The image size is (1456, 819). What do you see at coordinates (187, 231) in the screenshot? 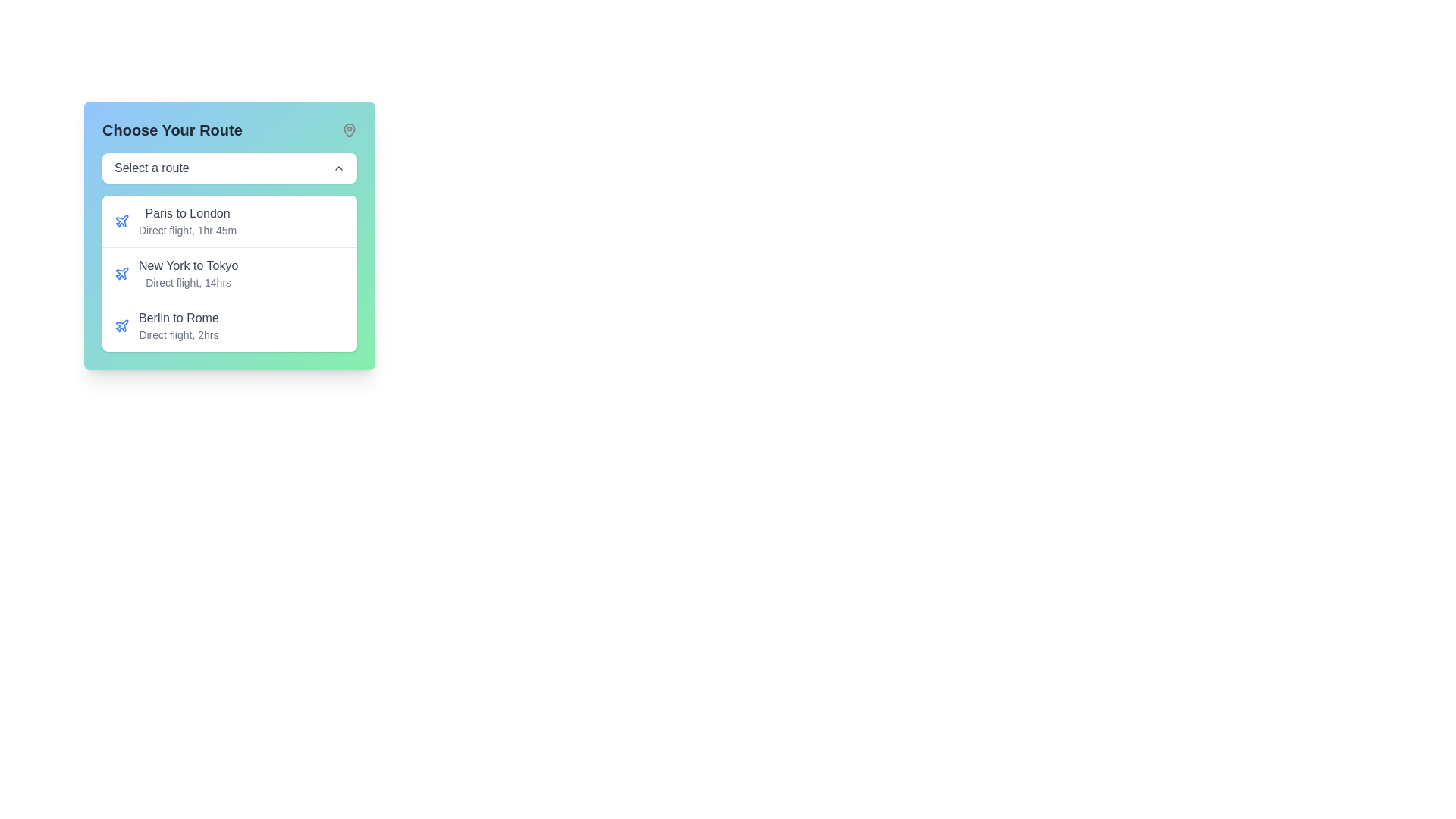
I see `the text that describes the characteristics of the selected flight, located directly below 'Paris to London' in the dropdown menu titled 'Choose Your Route.'` at bounding box center [187, 231].